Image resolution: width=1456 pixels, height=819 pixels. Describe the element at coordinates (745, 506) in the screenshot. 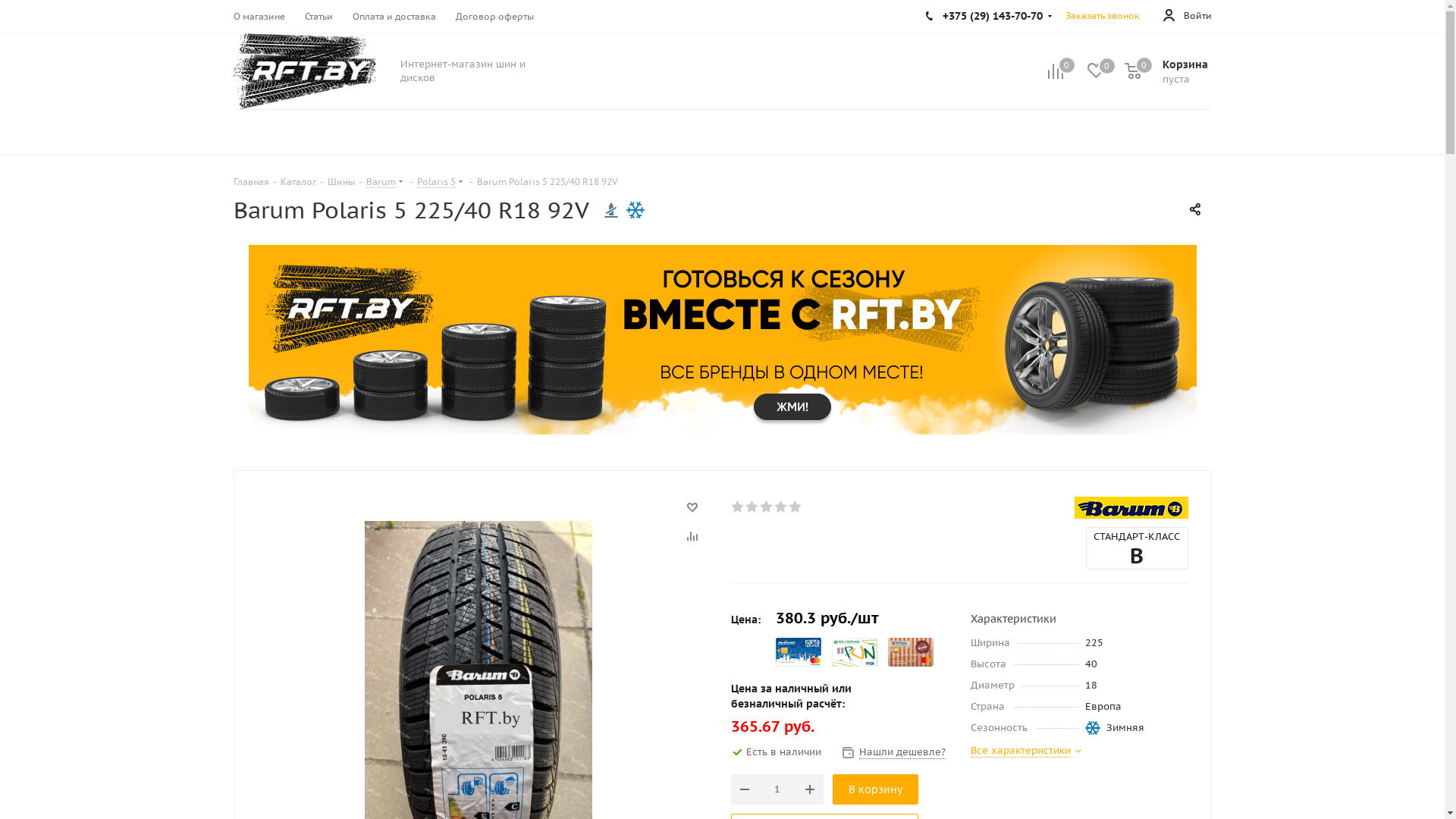

I see `'2'` at that location.